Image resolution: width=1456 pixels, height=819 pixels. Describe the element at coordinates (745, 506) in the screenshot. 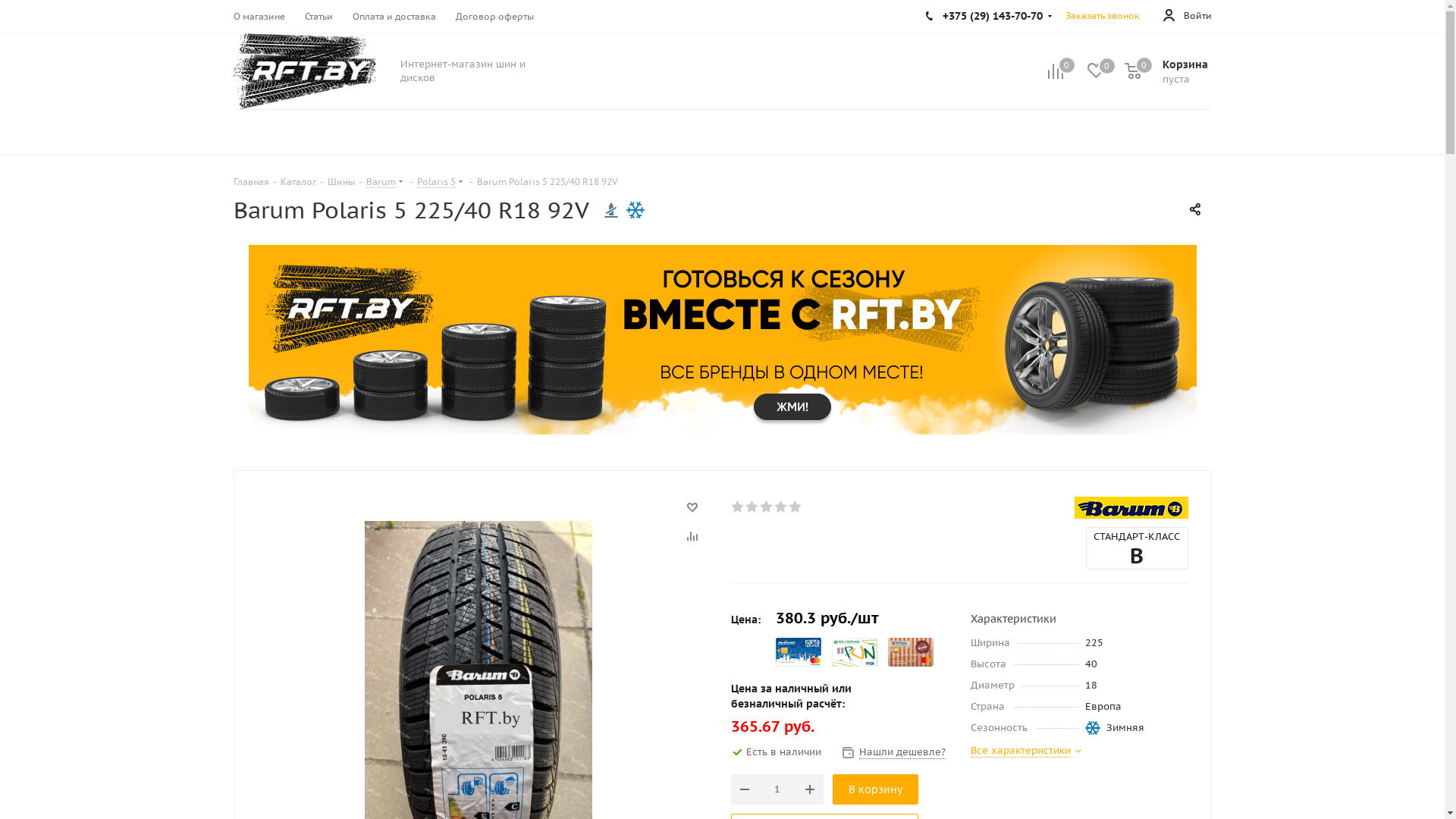

I see `'2'` at that location.